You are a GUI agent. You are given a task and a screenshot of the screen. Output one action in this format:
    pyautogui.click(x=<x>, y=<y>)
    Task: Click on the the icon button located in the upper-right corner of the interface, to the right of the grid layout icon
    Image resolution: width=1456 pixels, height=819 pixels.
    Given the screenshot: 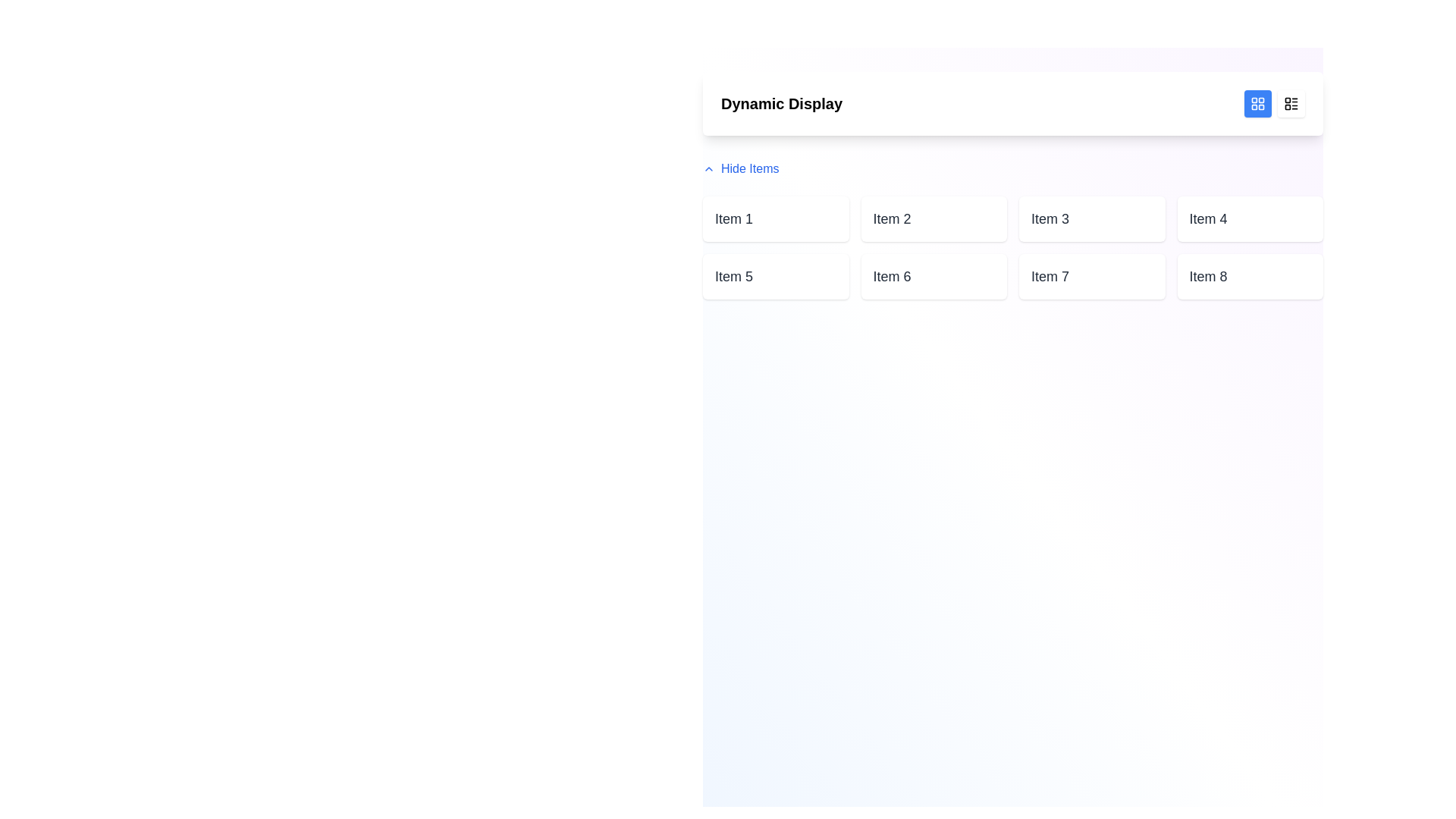 What is the action you would take?
    pyautogui.click(x=1291, y=103)
    